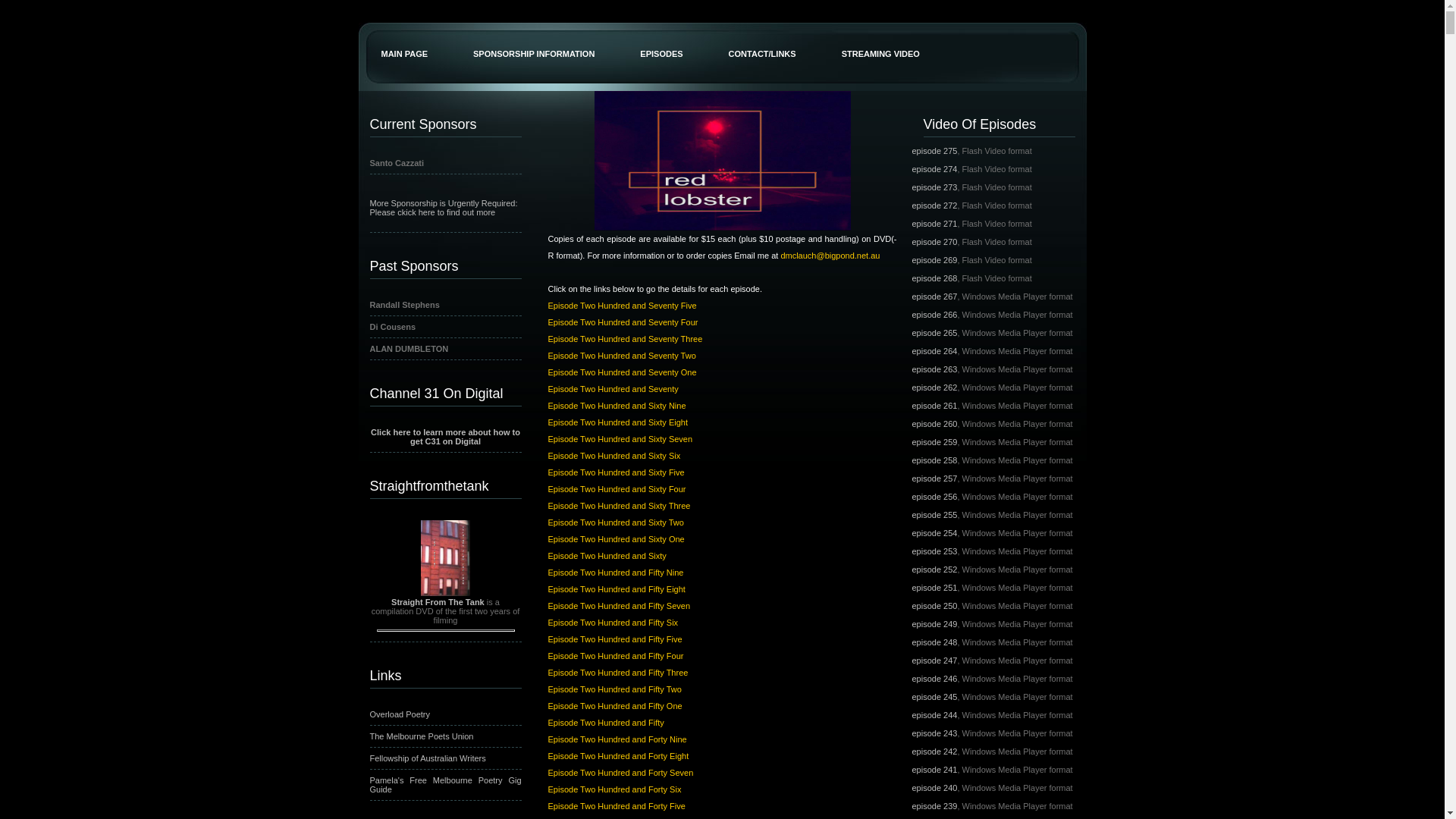  What do you see at coordinates (934, 296) in the screenshot?
I see `'episode 267'` at bounding box center [934, 296].